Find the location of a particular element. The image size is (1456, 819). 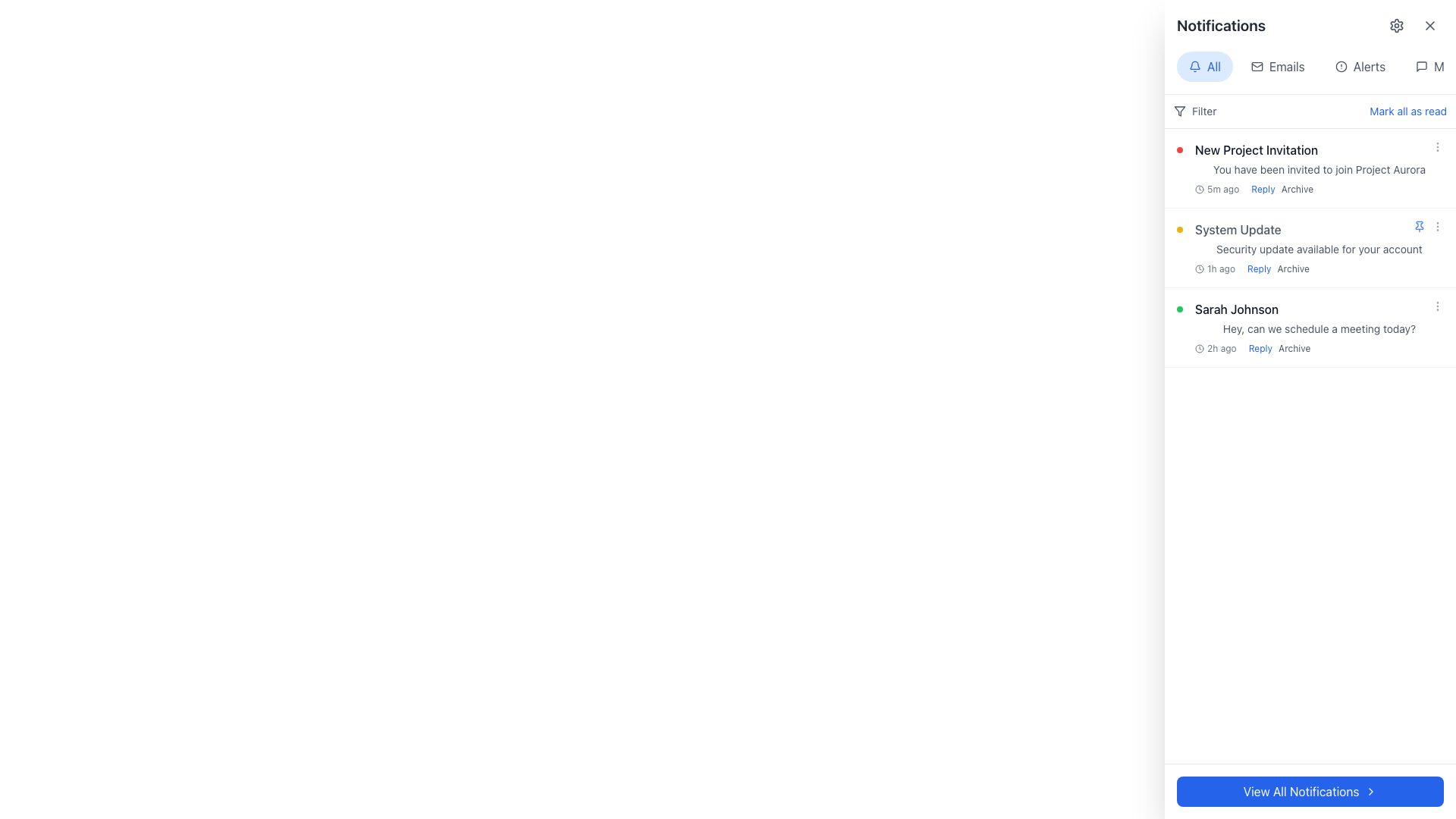

the text element that reads 'Hey, can we schedule a meeting today?', which is styled in a smaller gray font and positioned under 'Sarah Johnson' and above the interaction options is located at coordinates (1318, 328).